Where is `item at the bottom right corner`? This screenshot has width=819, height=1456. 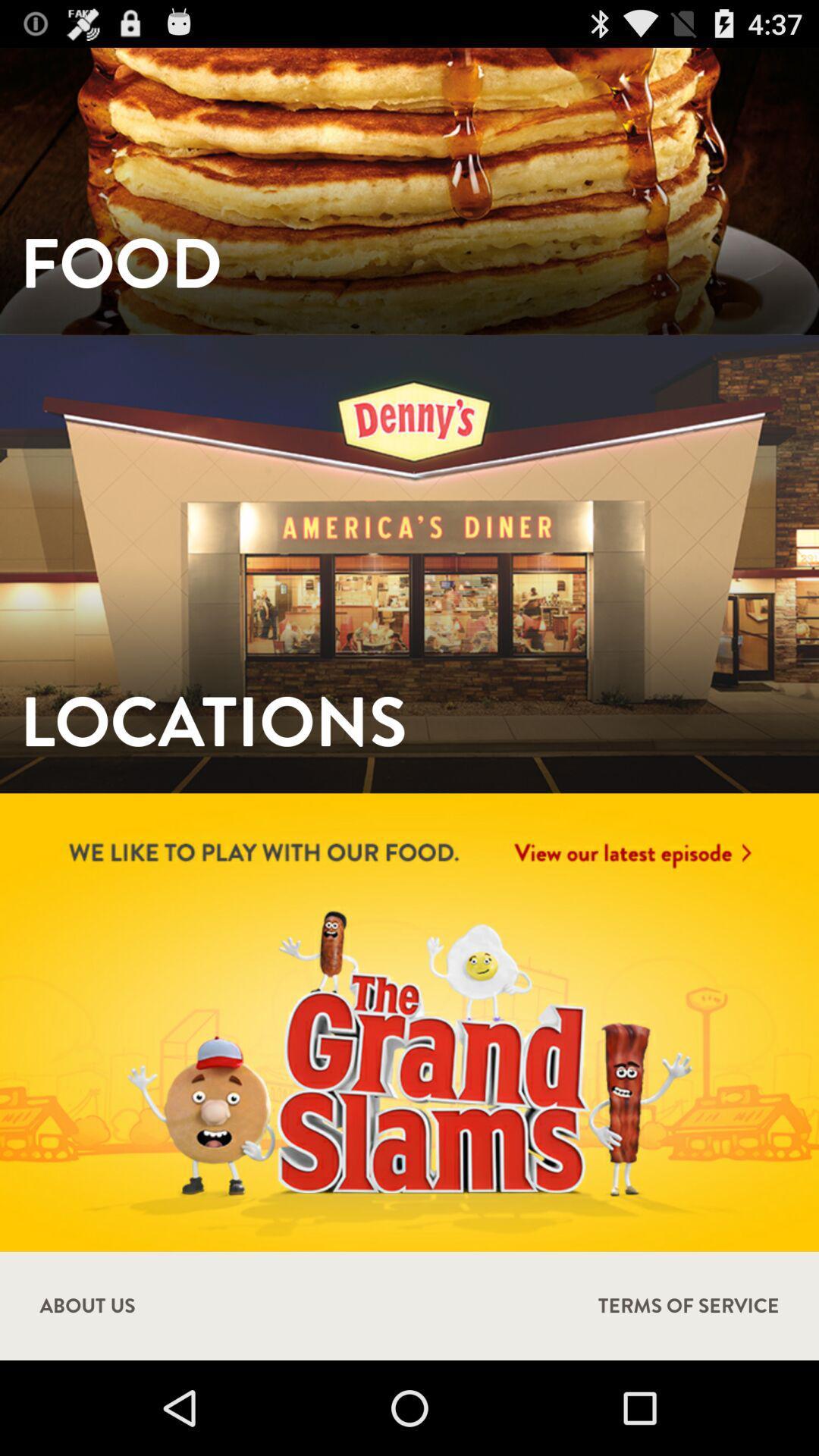 item at the bottom right corner is located at coordinates (689, 1305).